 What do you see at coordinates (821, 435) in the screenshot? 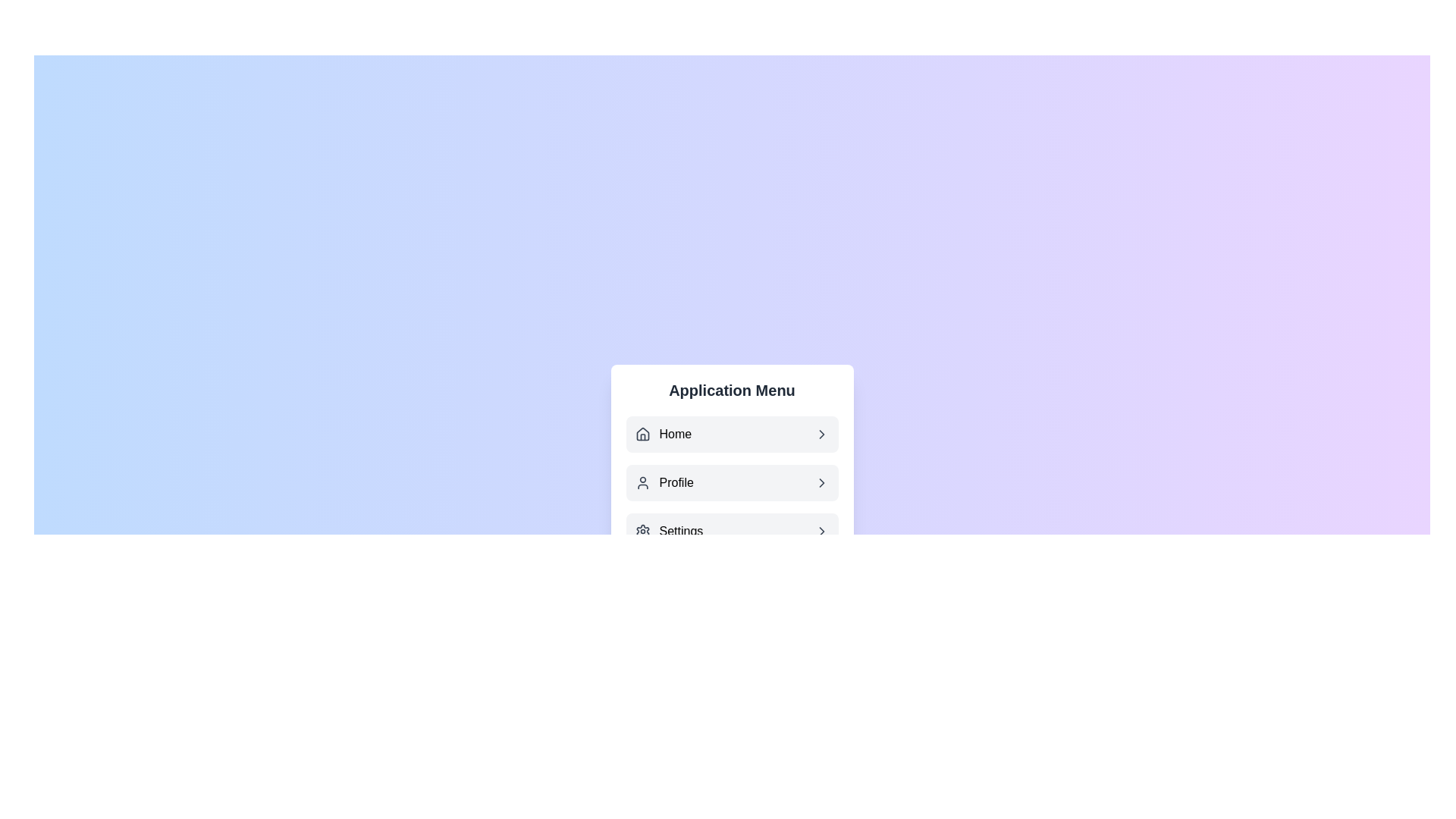
I see `the small triangular-shaped right chevron icon indicating navigation, located to the far-right within the 'Home' button menu option` at bounding box center [821, 435].